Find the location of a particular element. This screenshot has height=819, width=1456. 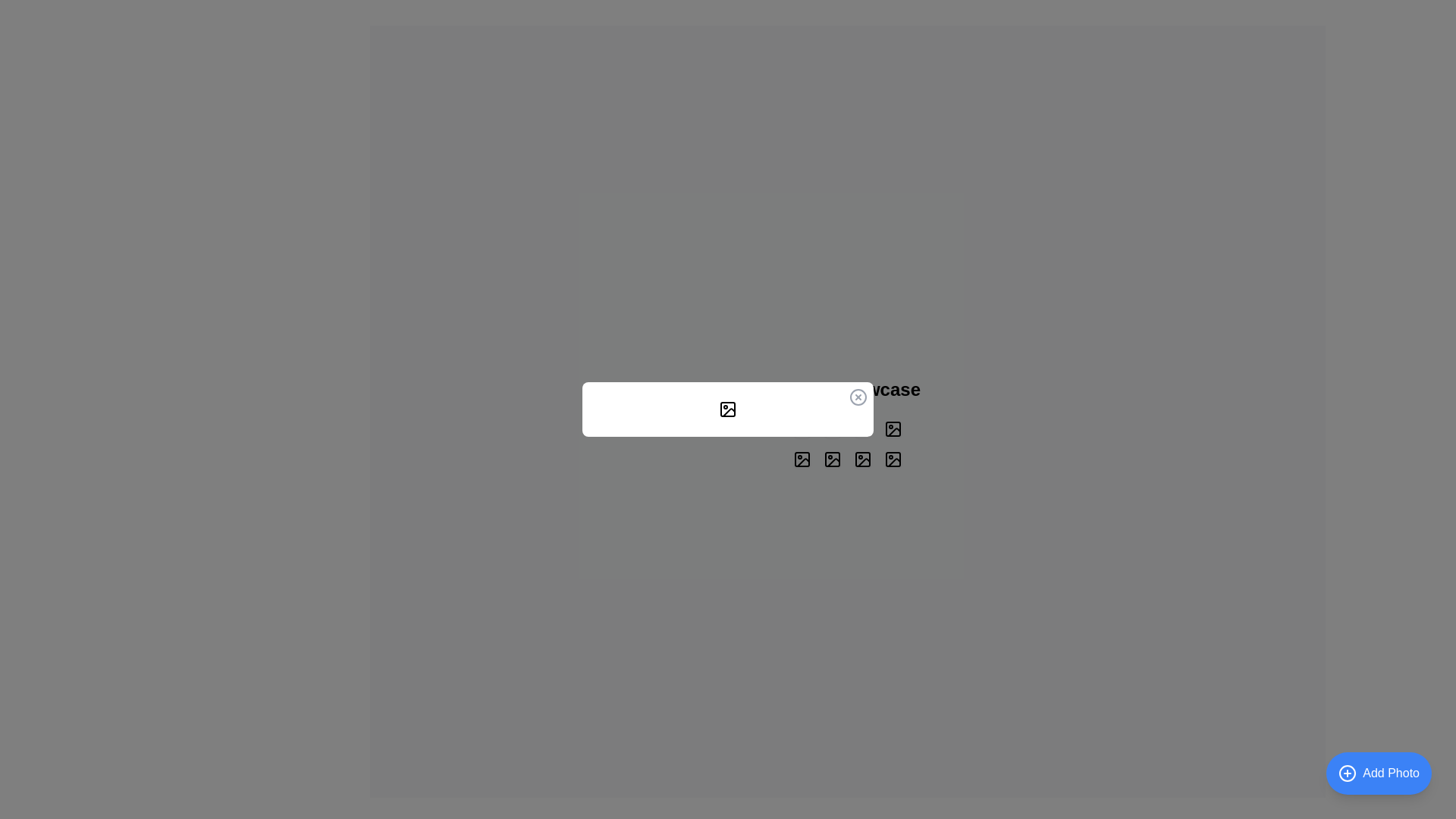

the photo upload button located at the bottom-right corner of the interface for customization purposes is located at coordinates (1379, 773).